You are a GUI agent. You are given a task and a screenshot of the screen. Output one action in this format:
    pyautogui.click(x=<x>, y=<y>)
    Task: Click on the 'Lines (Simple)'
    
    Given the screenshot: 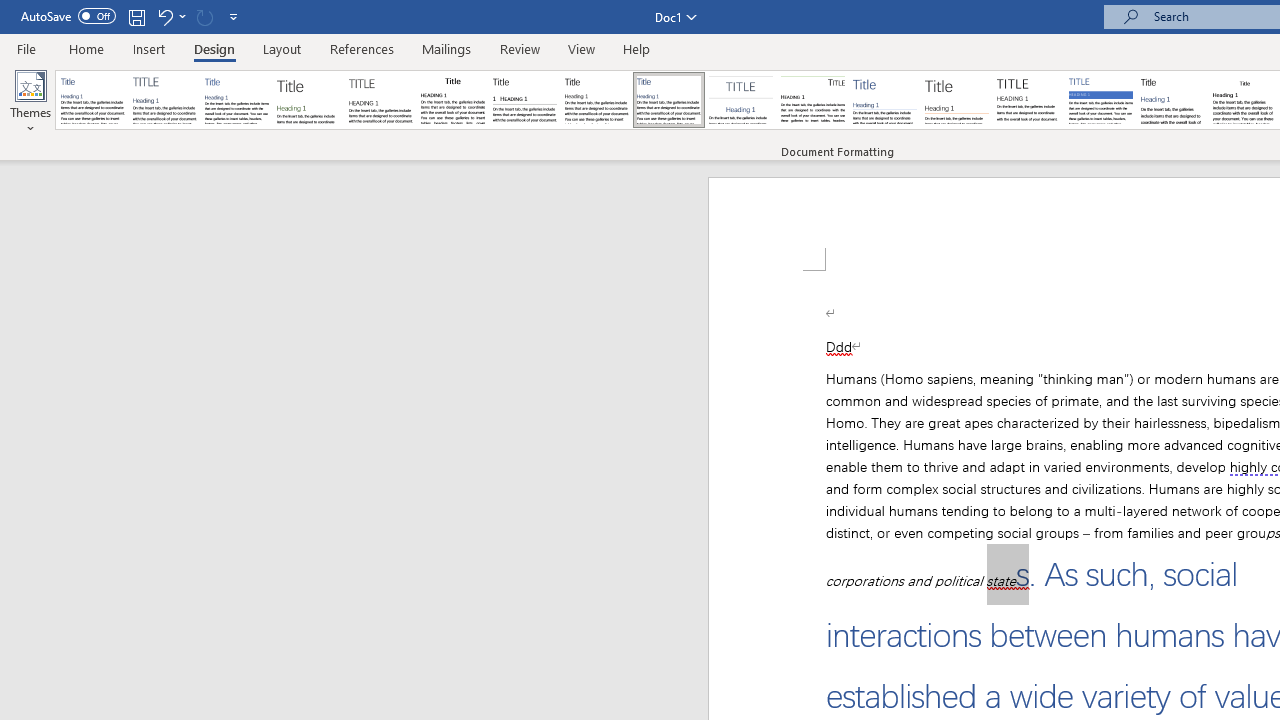 What is the action you would take?
    pyautogui.click(x=884, y=100)
    